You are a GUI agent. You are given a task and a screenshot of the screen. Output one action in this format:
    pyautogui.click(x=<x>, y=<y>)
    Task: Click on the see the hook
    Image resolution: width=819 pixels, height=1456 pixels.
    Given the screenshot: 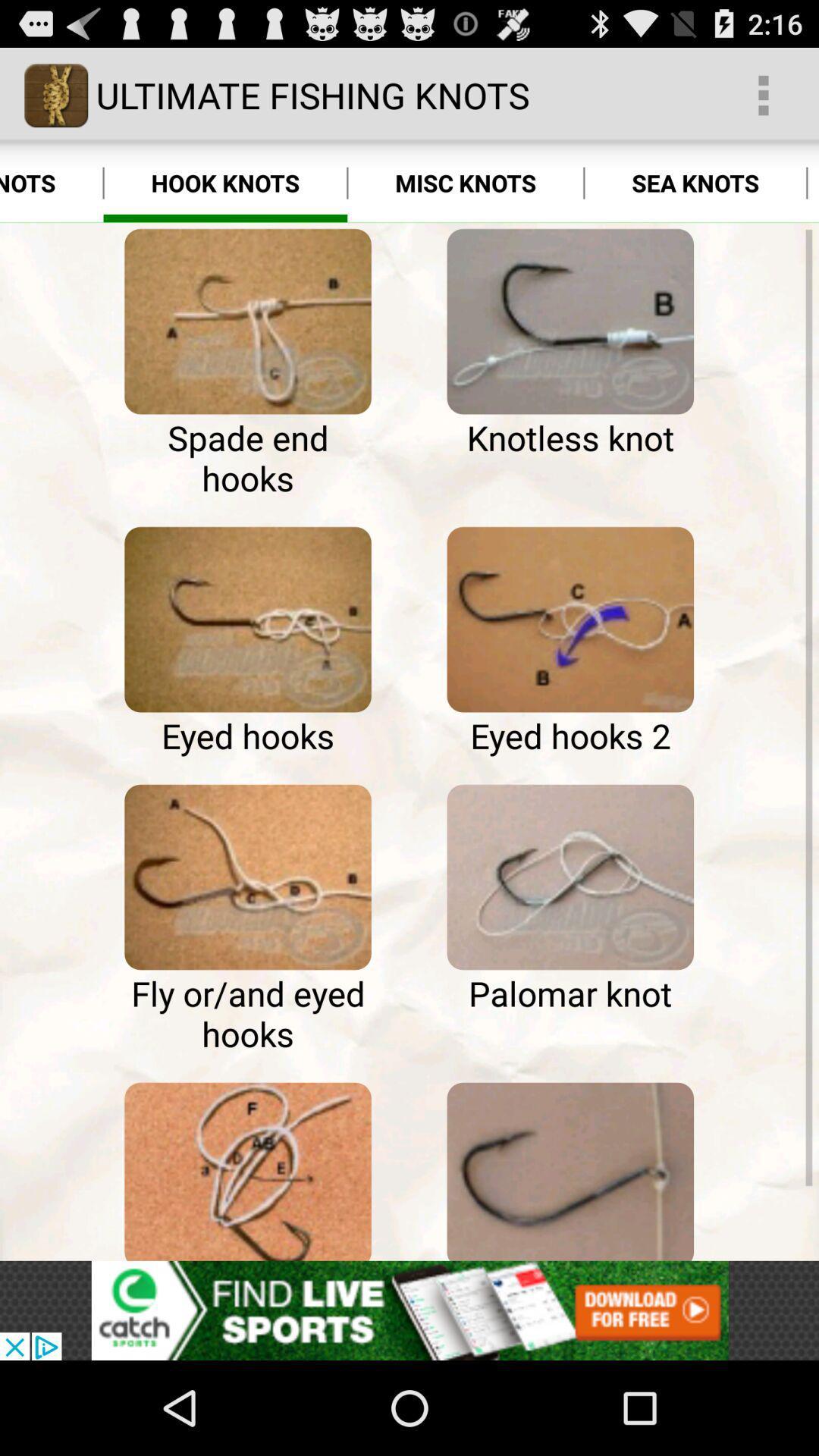 What is the action you would take?
    pyautogui.click(x=570, y=1168)
    